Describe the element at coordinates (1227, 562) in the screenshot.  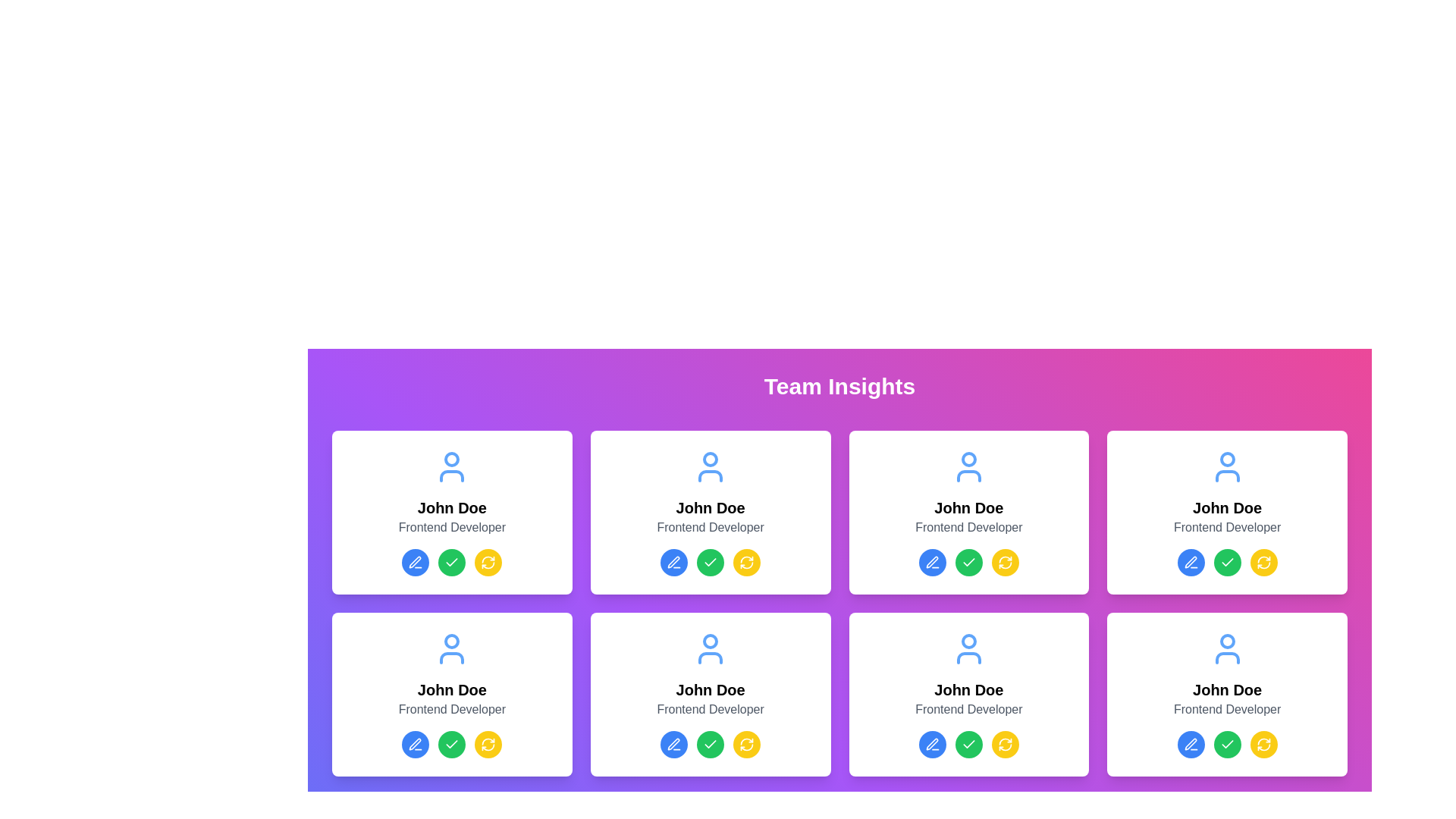
I see `the confirmation button associated with the 'John Doe' card, which is the second button in a row of three circular buttons at the bottom of the card` at that location.